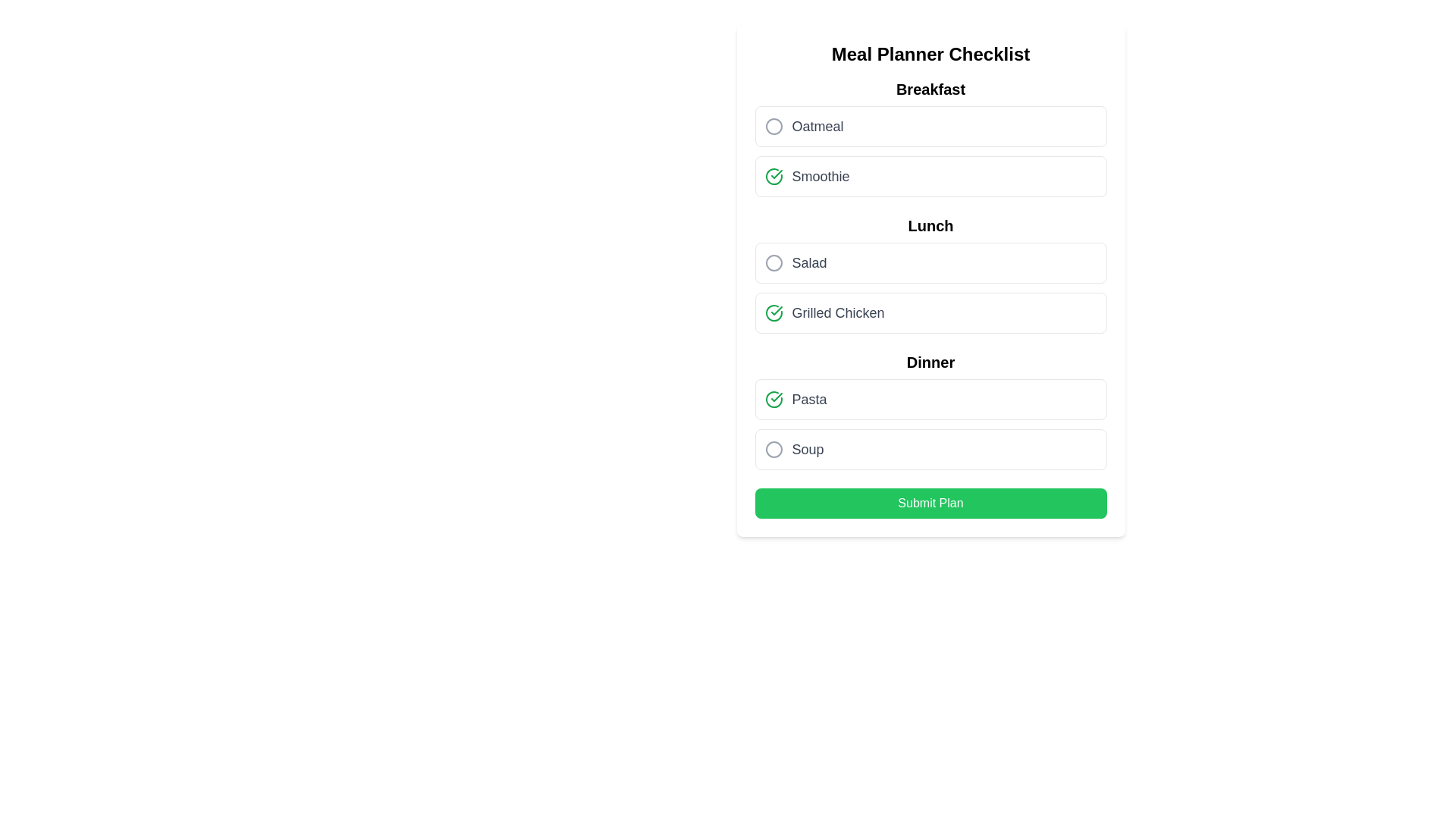  What do you see at coordinates (773, 175) in the screenshot?
I see `associated text next to the Indicator icon with a green border and checkmark, which indicates a status of 'selected' or 'completed' near the 'Smoothie' list item in the 'Breakfast' section` at bounding box center [773, 175].